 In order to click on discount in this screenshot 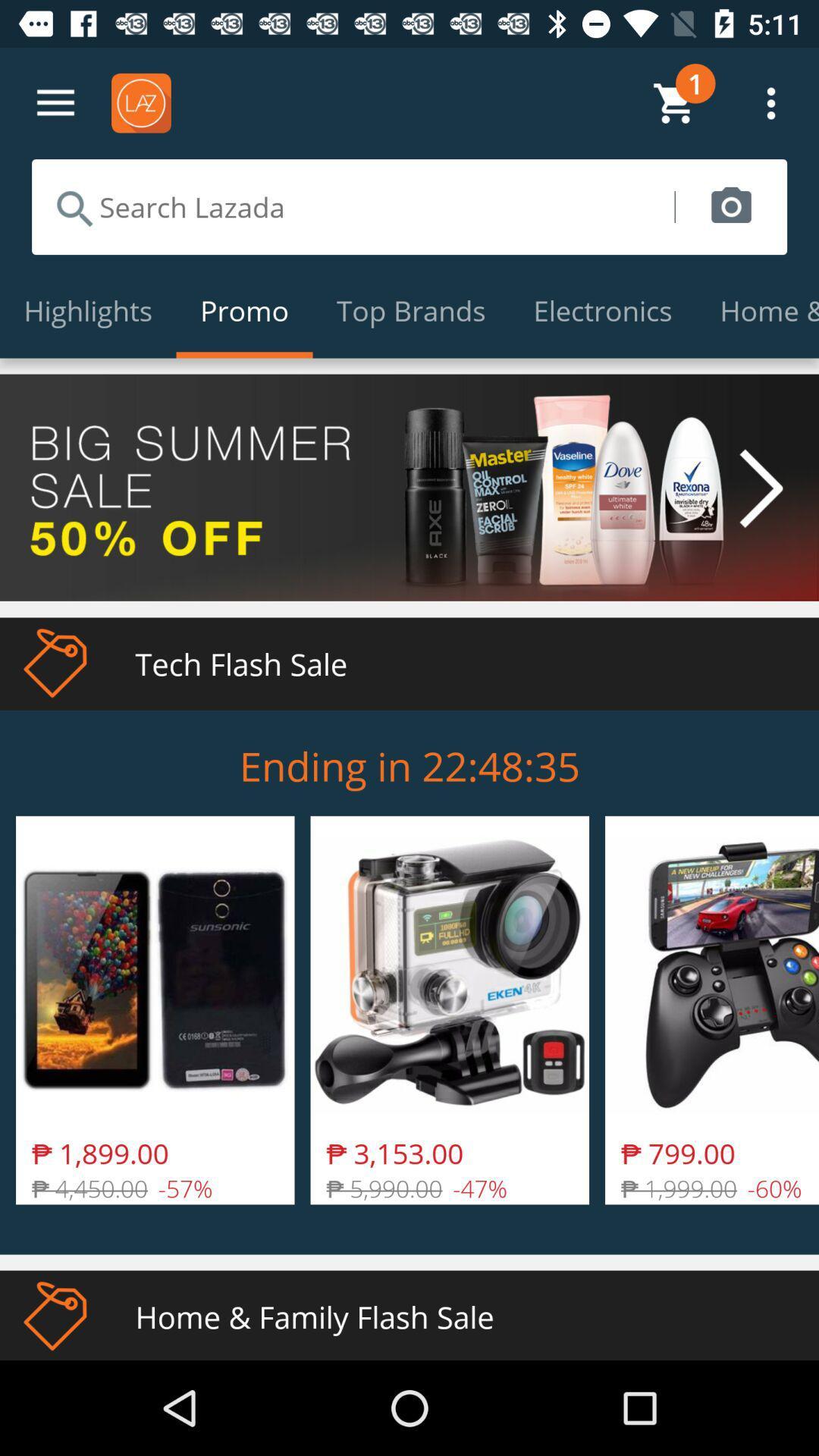, I will do `click(409, 488)`.